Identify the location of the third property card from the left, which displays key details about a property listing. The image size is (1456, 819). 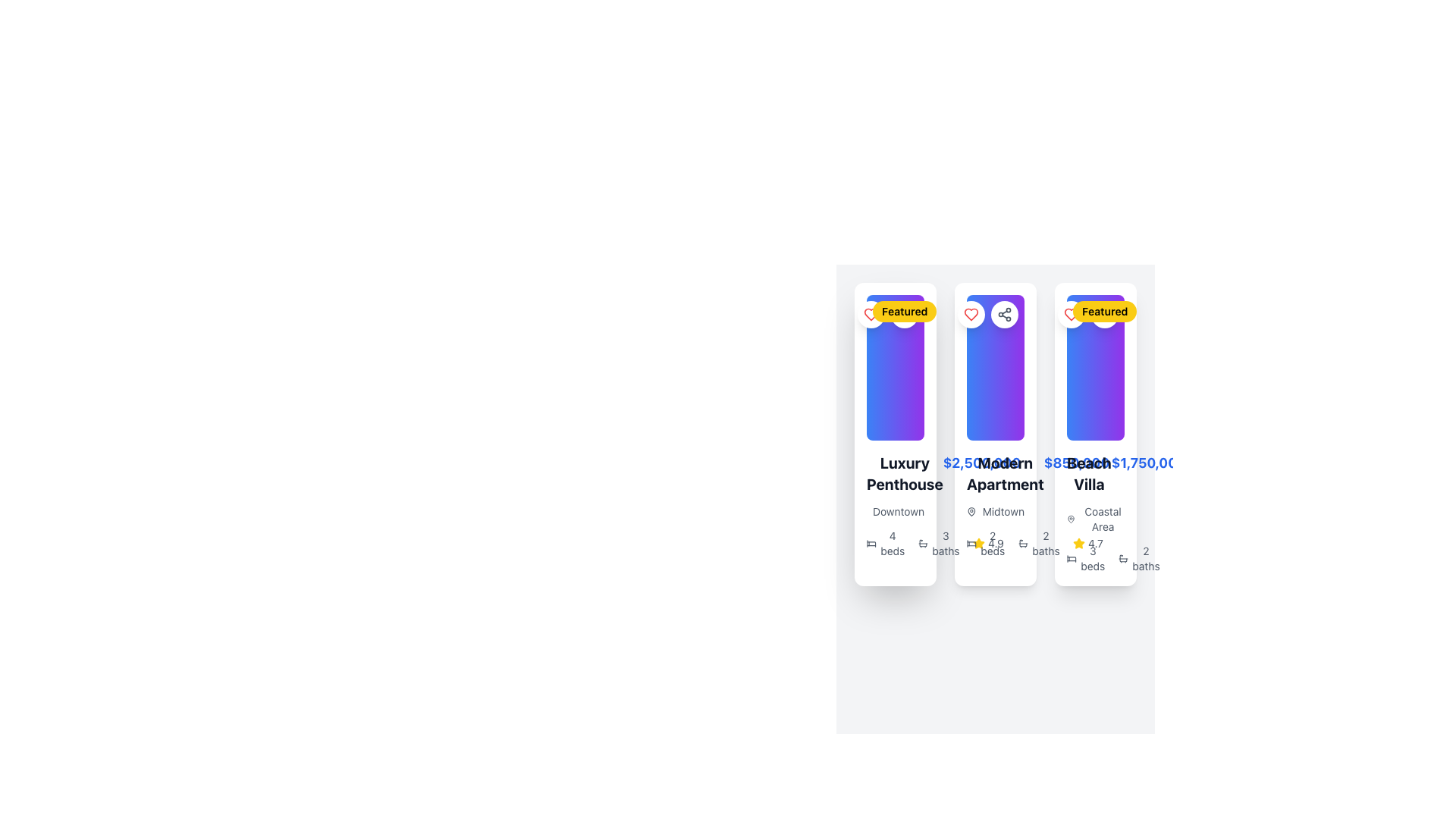
(1095, 435).